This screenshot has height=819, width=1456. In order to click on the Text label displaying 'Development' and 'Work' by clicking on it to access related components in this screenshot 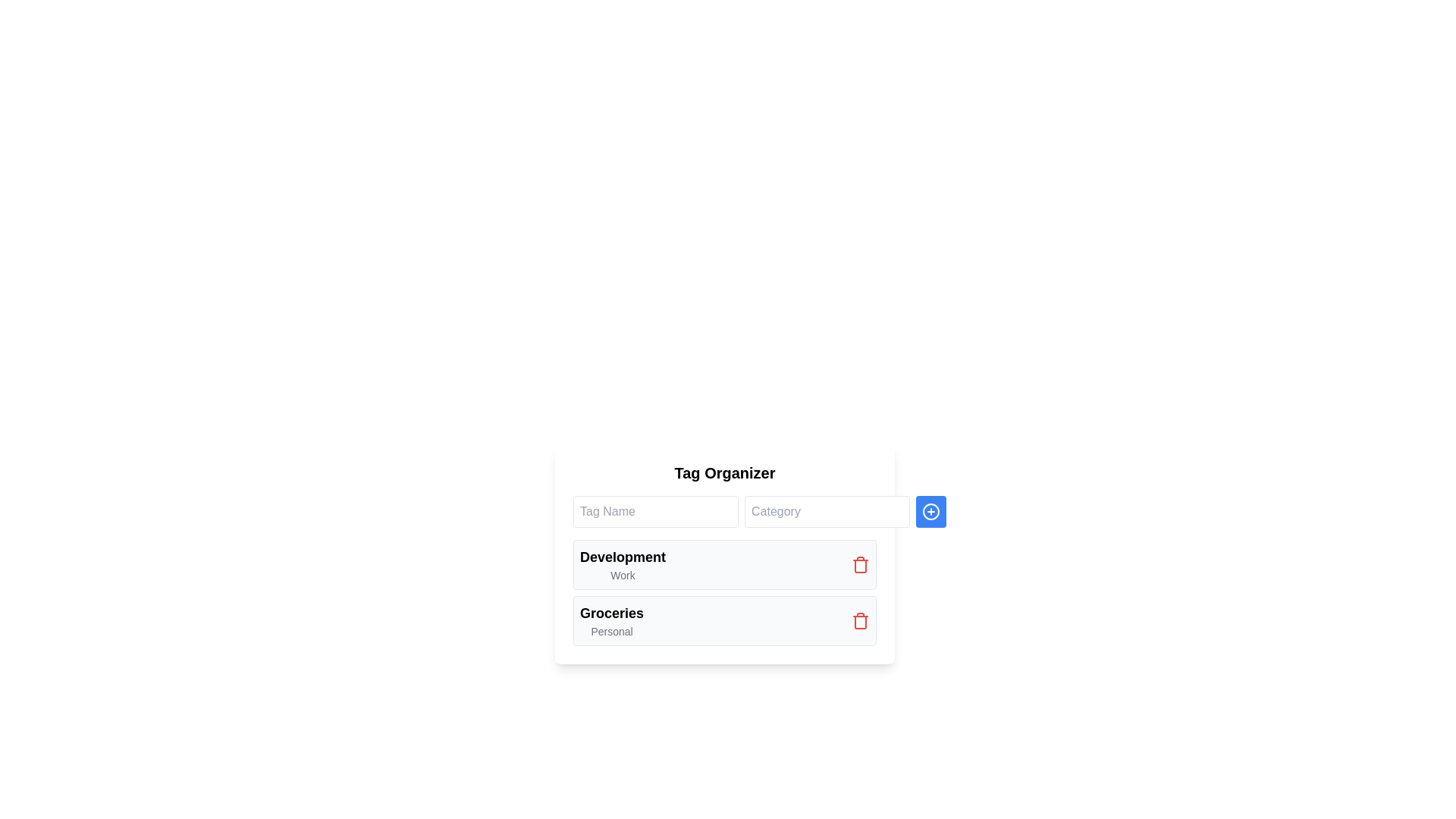, I will do `click(623, 564)`.